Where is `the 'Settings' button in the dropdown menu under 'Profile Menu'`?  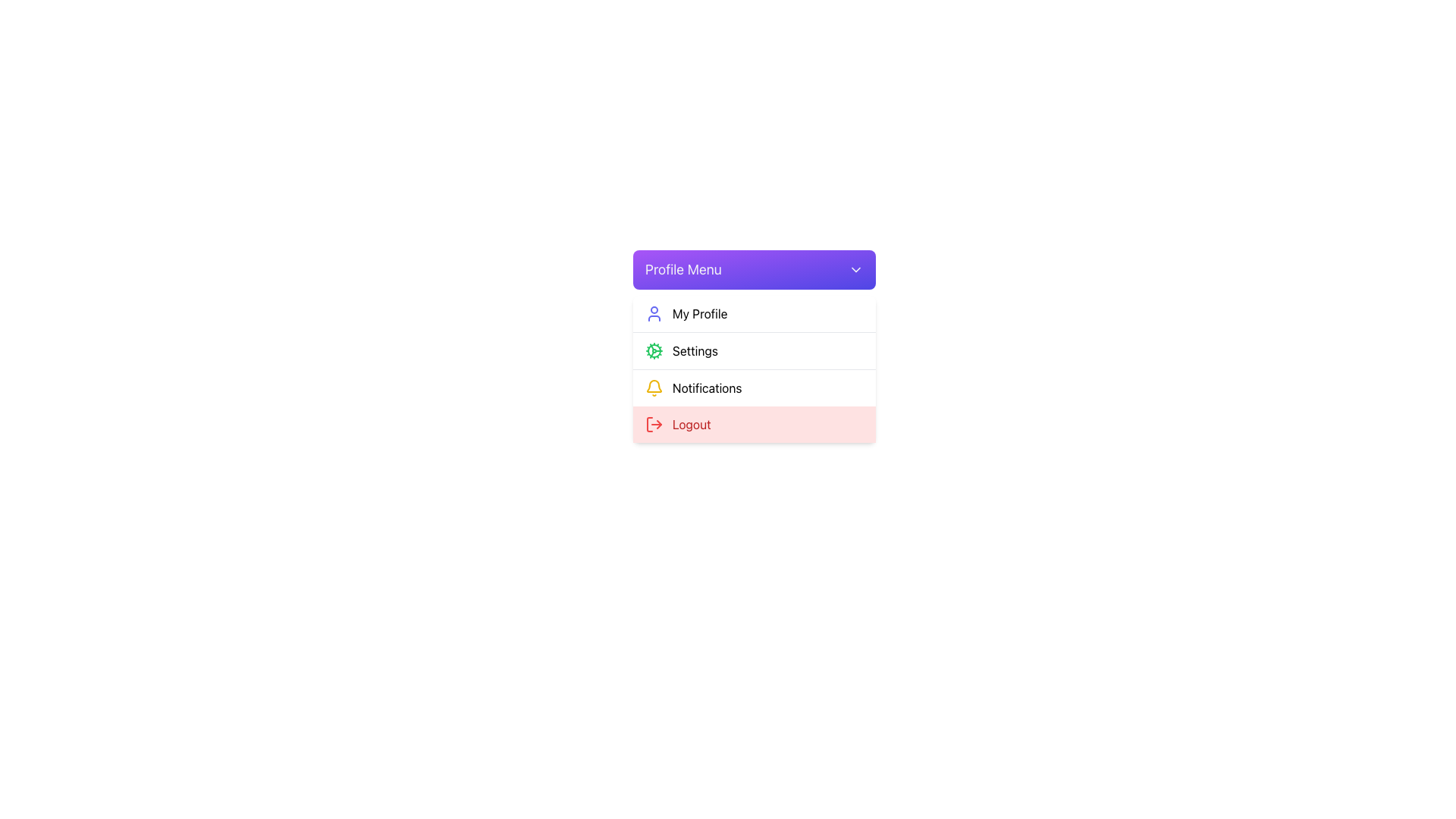 the 'Settings' button in the dropdown menu under 'Profile Menu' is located at coordinates (754, 350).